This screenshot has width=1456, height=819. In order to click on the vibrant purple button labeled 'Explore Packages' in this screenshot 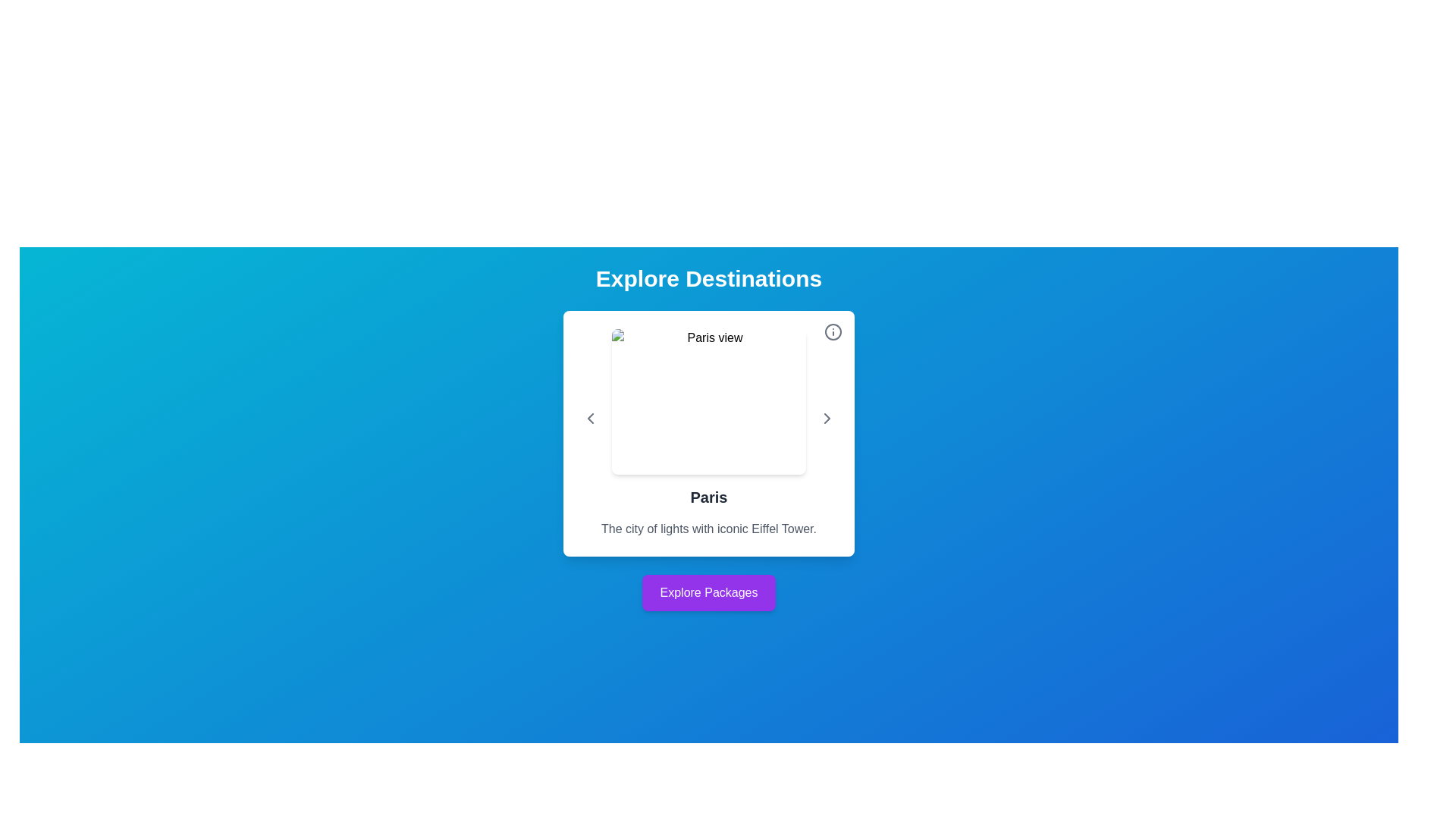, I will do `click(708, 592)`.